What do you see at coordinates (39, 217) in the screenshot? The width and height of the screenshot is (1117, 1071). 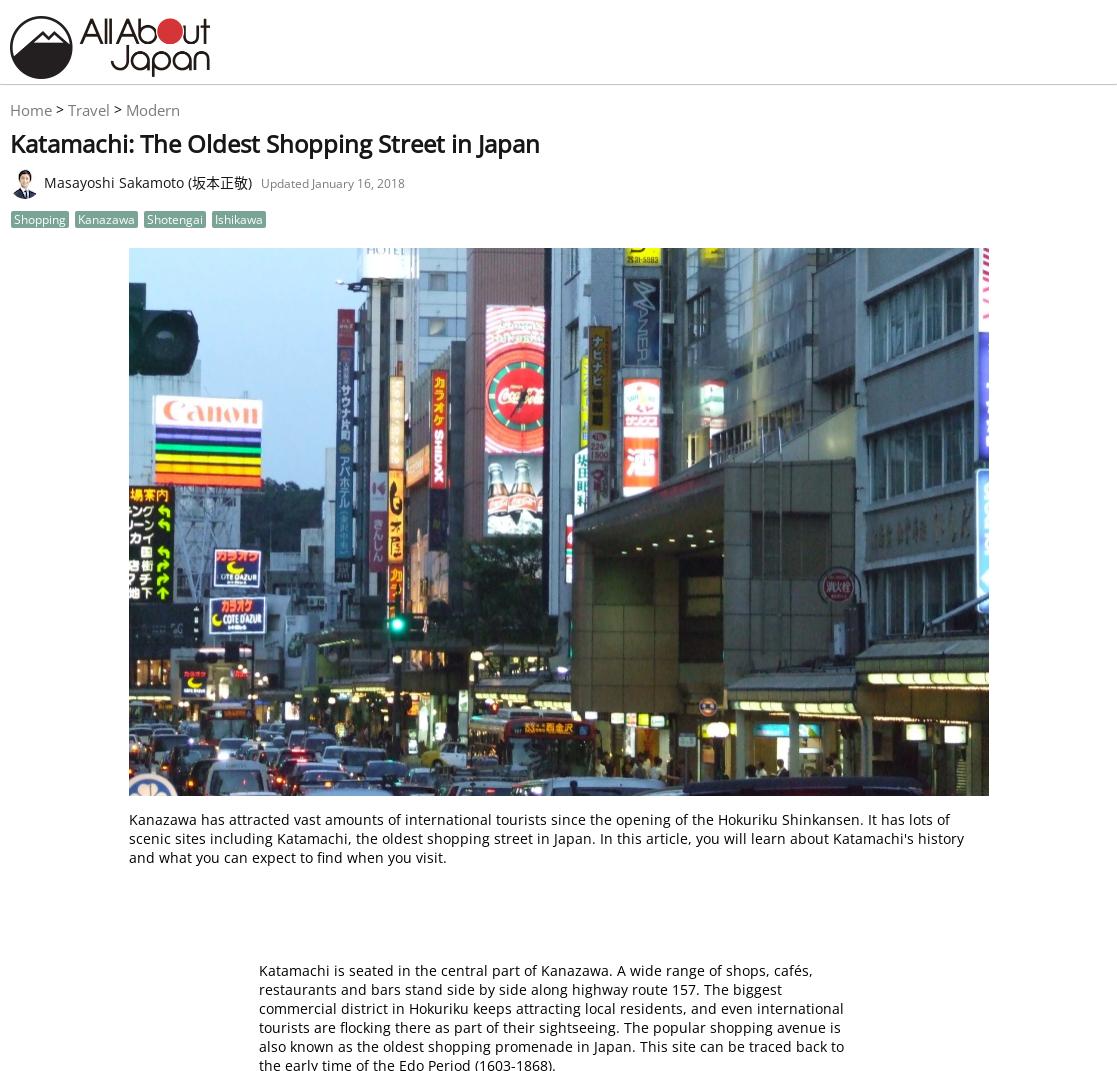 I see `'Shopping'` at bounding box center [39, 217].